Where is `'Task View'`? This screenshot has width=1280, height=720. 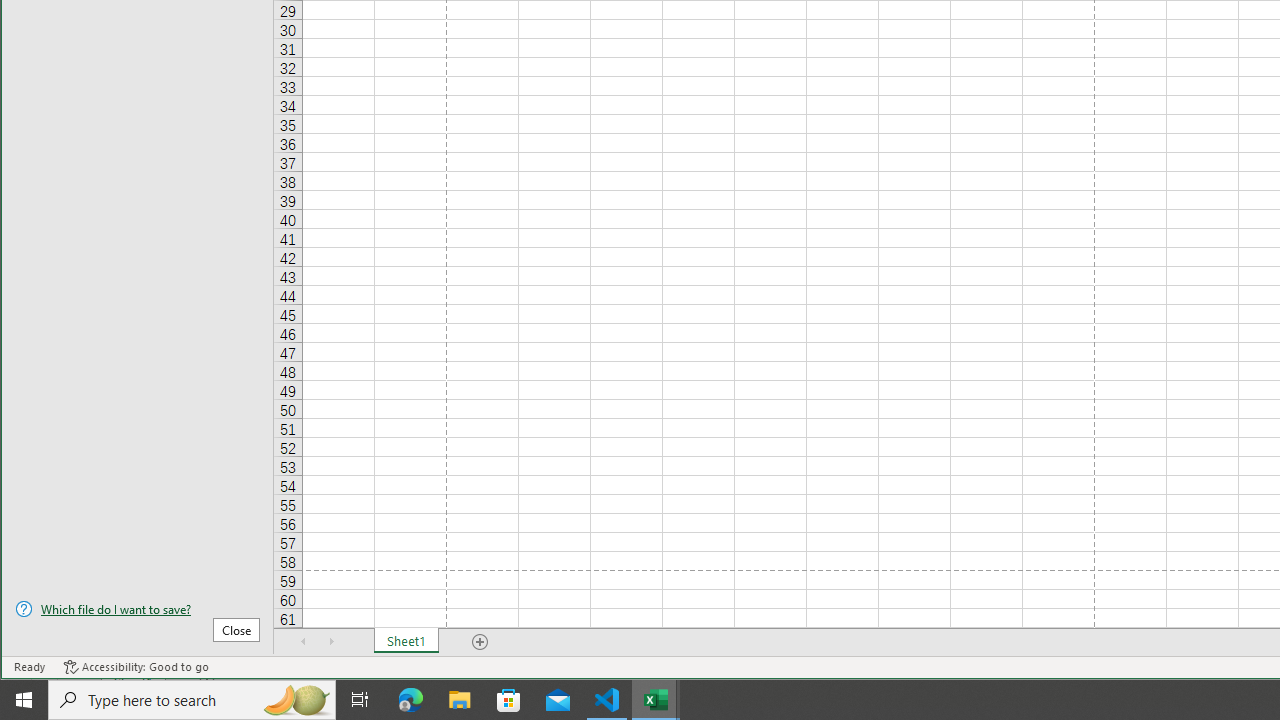 'Task View' is located at coordinates (359, 698).